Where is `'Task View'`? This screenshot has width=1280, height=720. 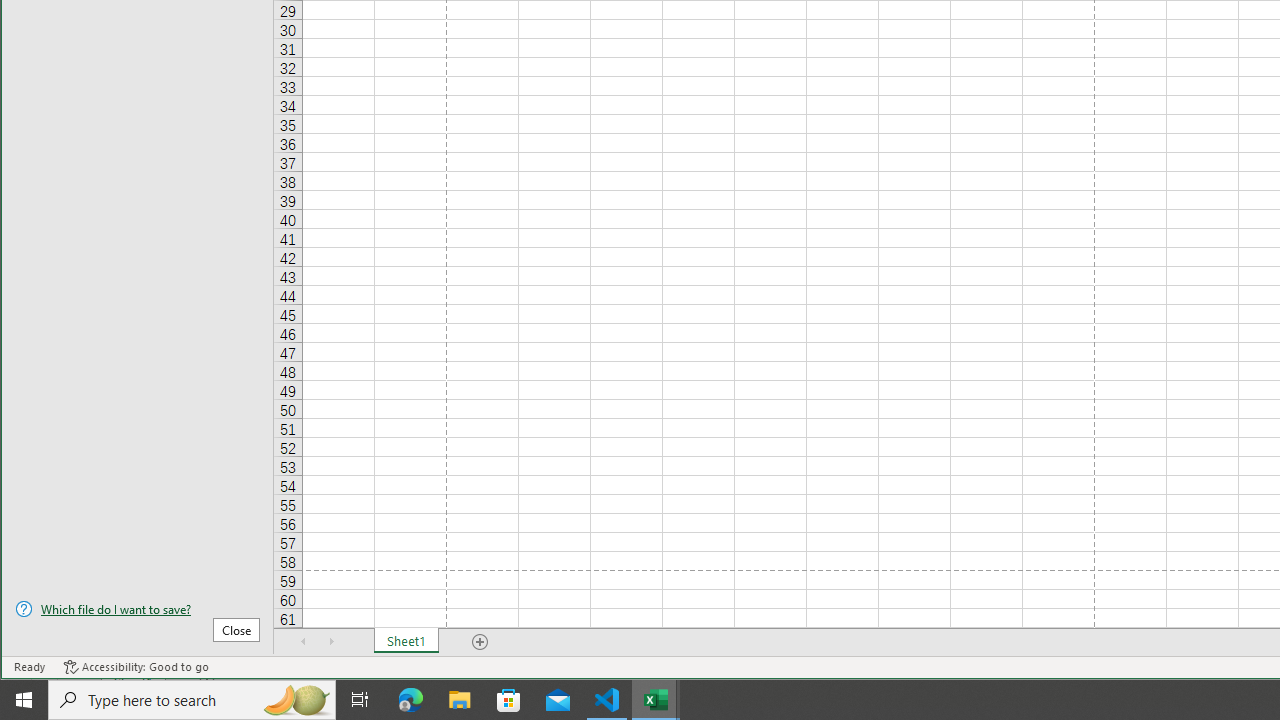 'Task View' is located at coordinates (359, 698).